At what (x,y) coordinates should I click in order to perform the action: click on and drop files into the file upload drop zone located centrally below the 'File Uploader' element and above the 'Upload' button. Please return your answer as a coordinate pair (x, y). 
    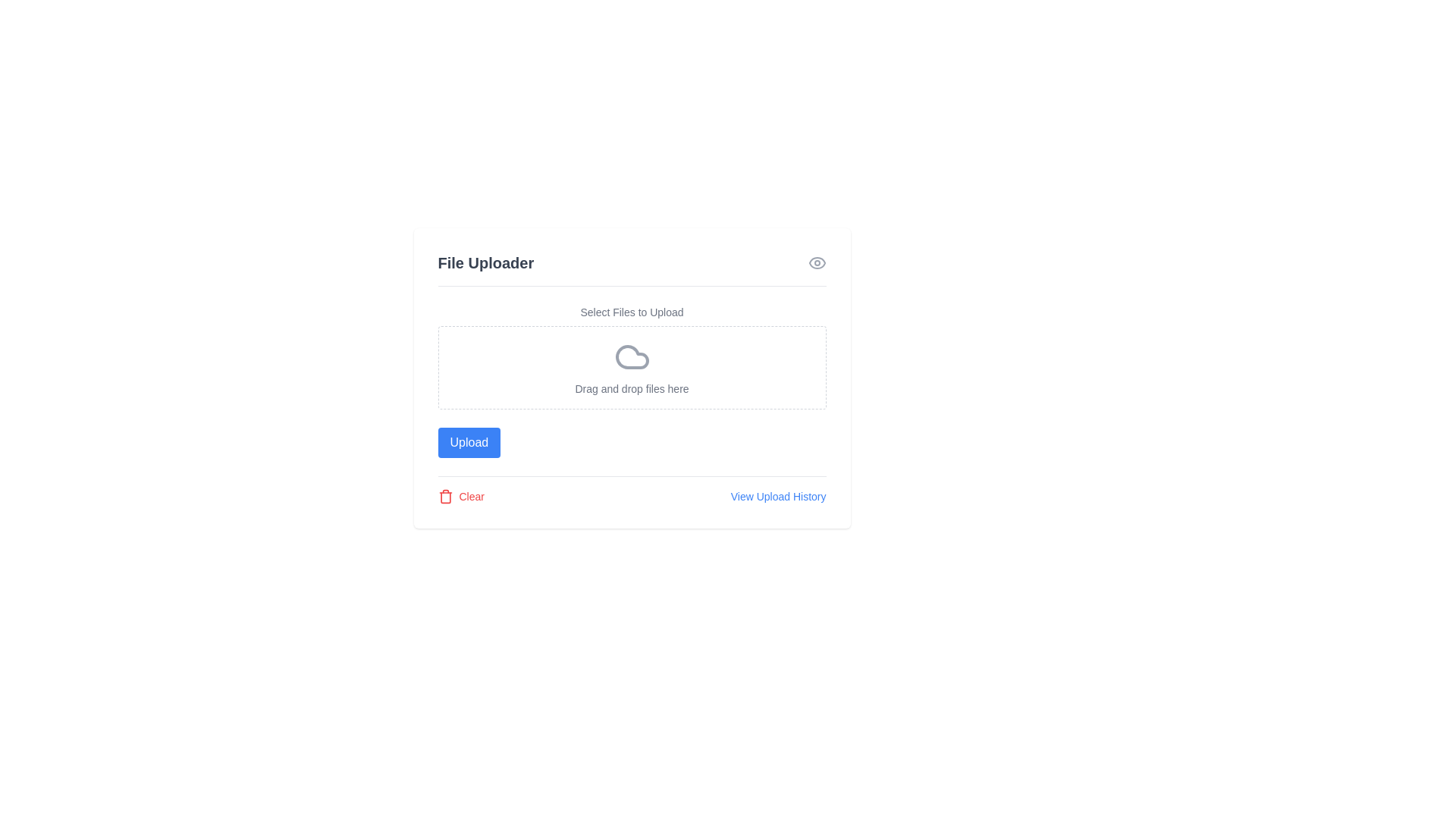
    Looking at the image, I should click on (632, 356).